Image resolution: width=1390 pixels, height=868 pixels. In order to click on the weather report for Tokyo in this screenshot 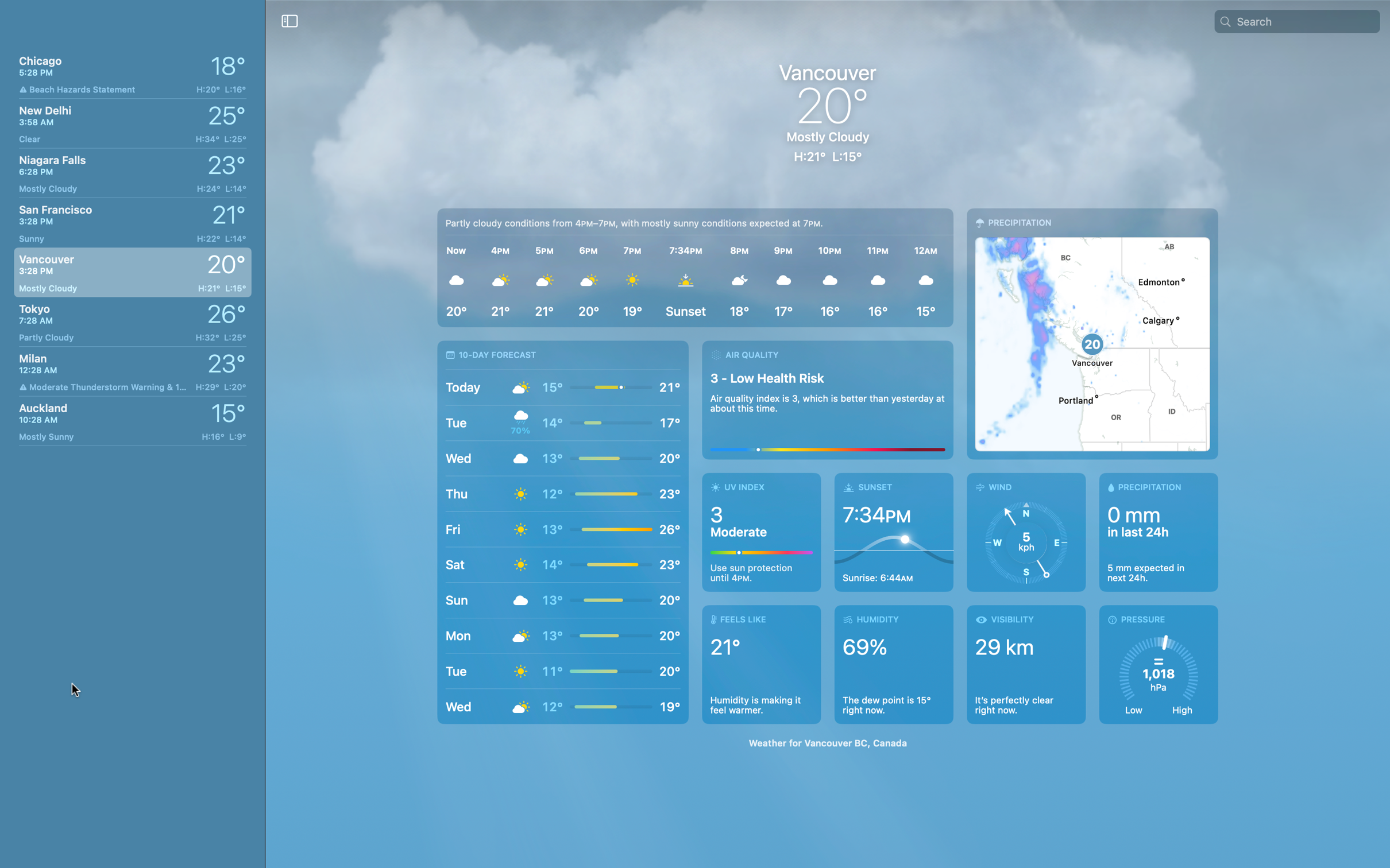, I will do `click(129, 321)`.